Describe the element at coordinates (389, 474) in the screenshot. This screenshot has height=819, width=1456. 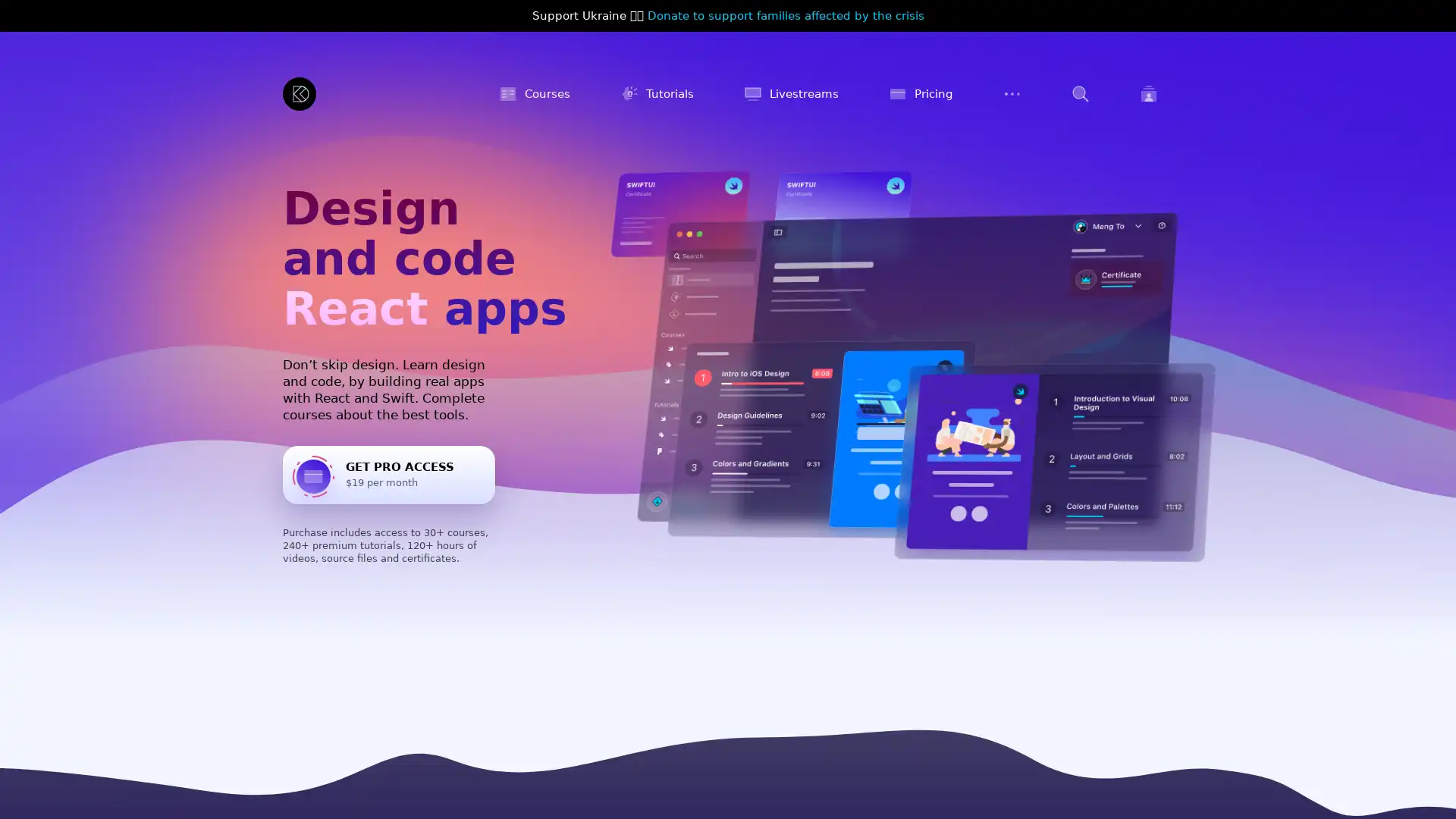
I see `Get Pro Access icon GET PRO ACCESS $19 per month` at that location.